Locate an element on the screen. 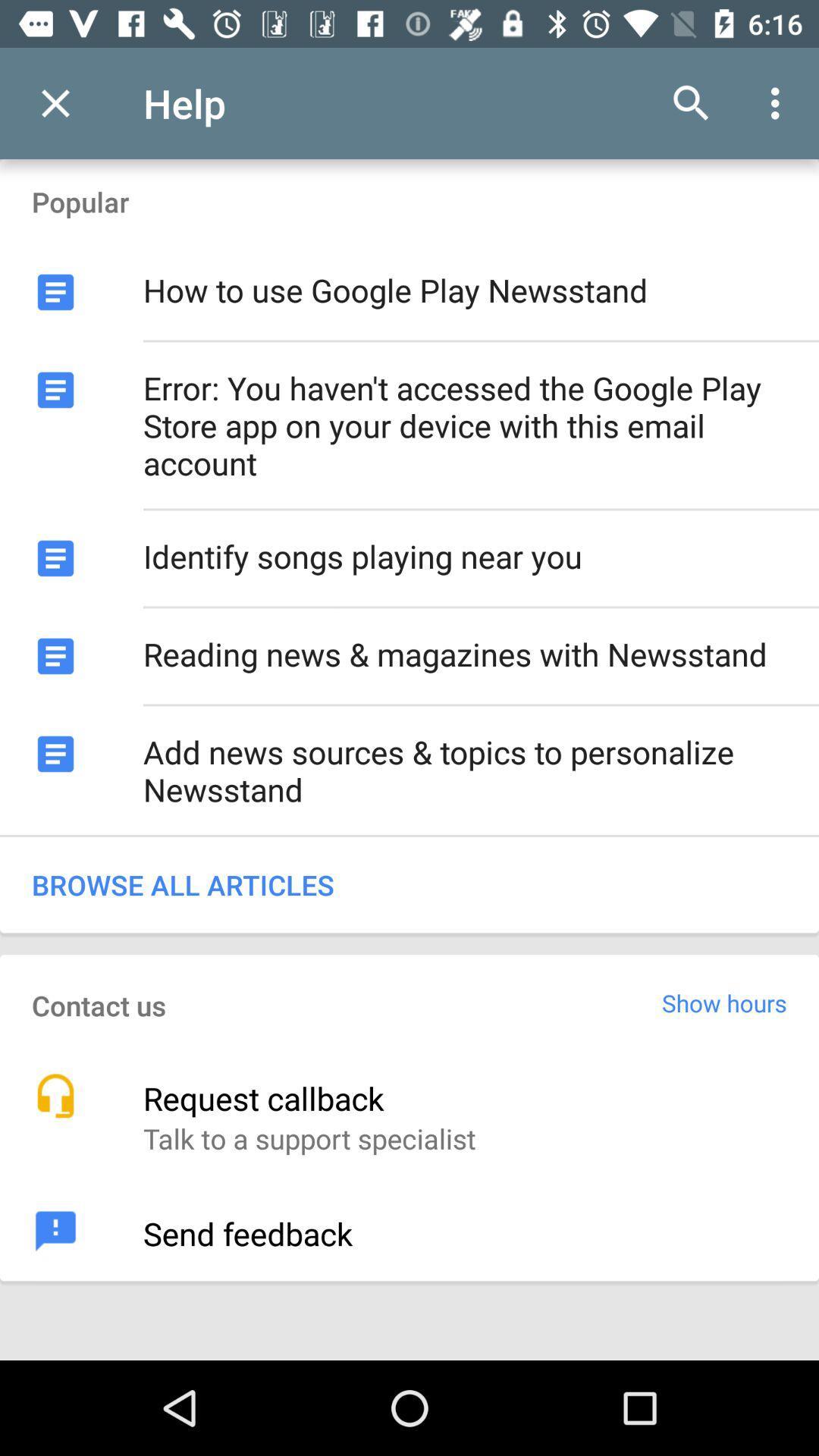  the browse all articles item is located at coordinates (409, 884).